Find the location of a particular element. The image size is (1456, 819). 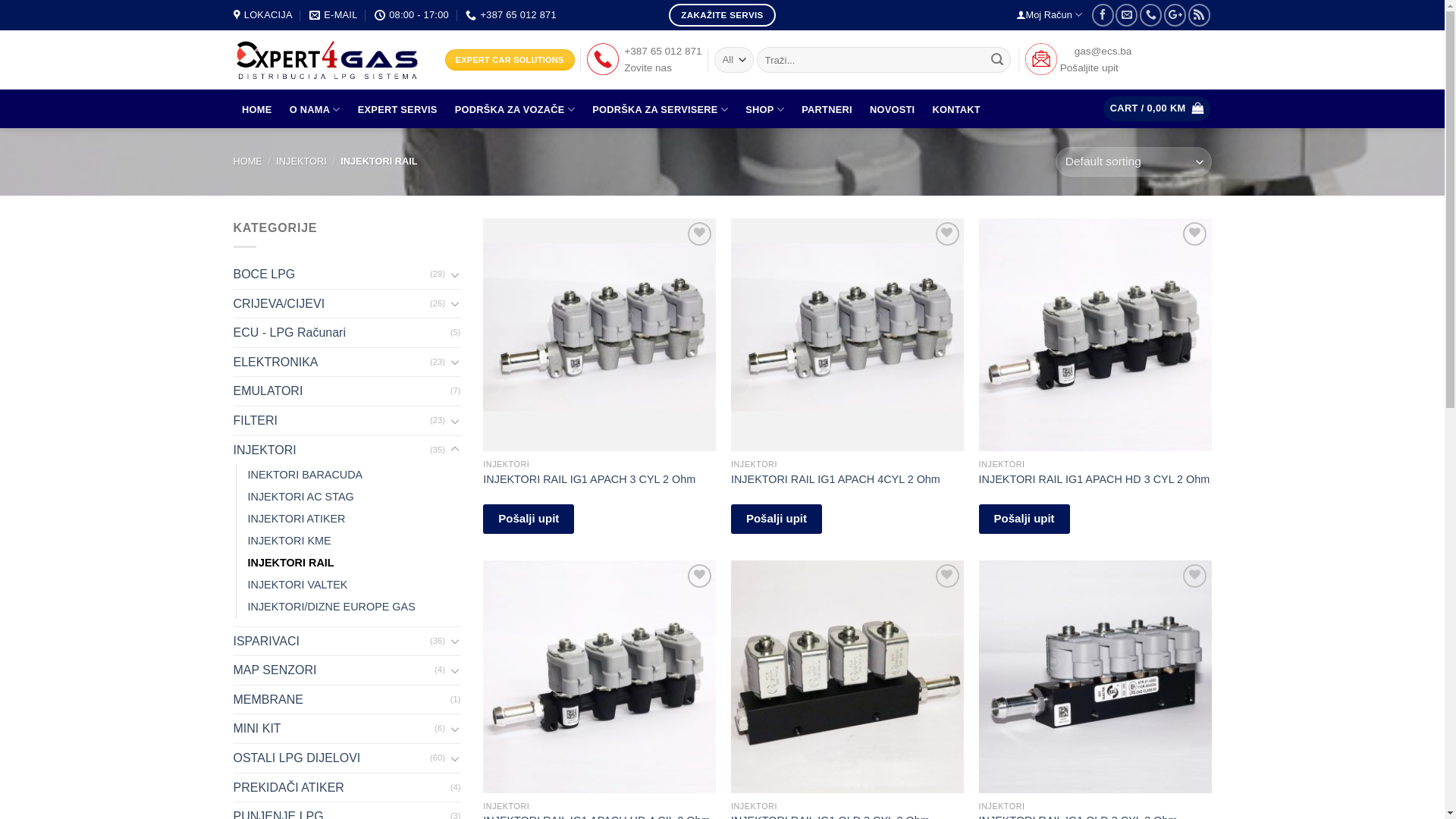

'Expert 4 Gas - Distribucija LPG siteme, dijelova i opreme' is located at coordinates (327, 59).